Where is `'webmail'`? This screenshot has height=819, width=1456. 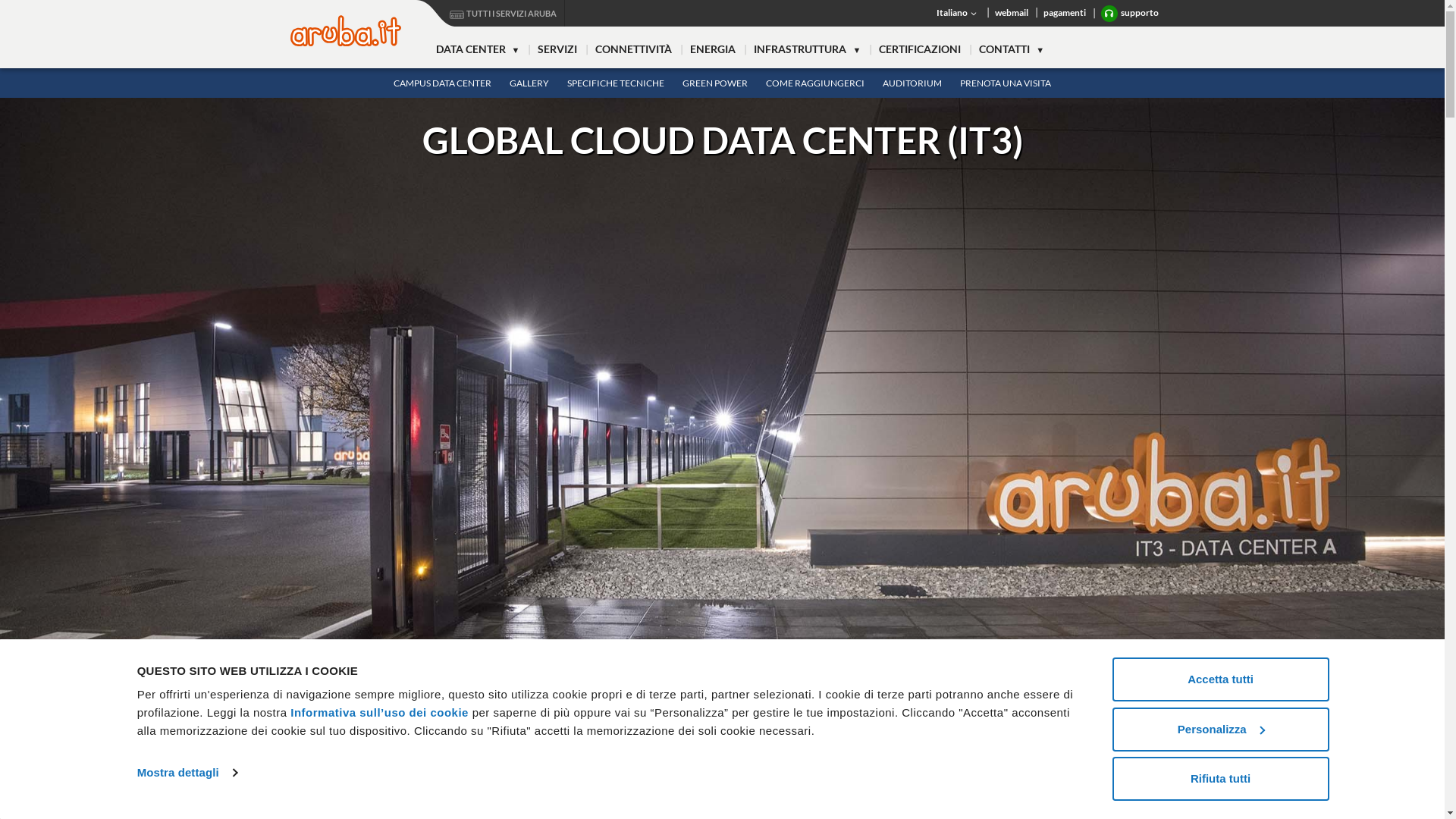
'webmail' is located at coordinates (1012, 12).